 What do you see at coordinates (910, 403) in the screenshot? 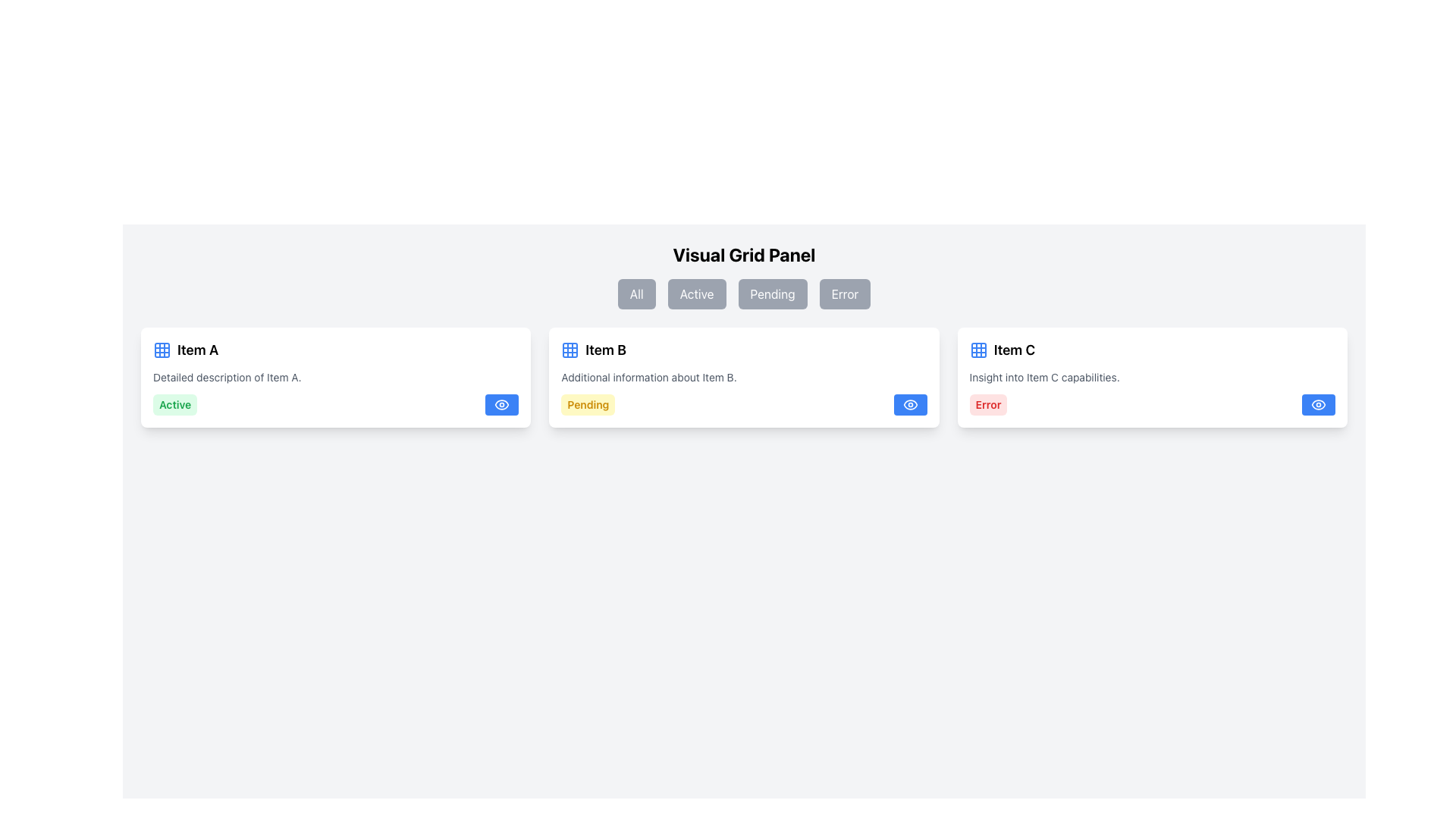
I see `the button located in the bottom-right corner of the card labeled 'Item B' within the 'Pending' status group` at bounding box center [910, 403].